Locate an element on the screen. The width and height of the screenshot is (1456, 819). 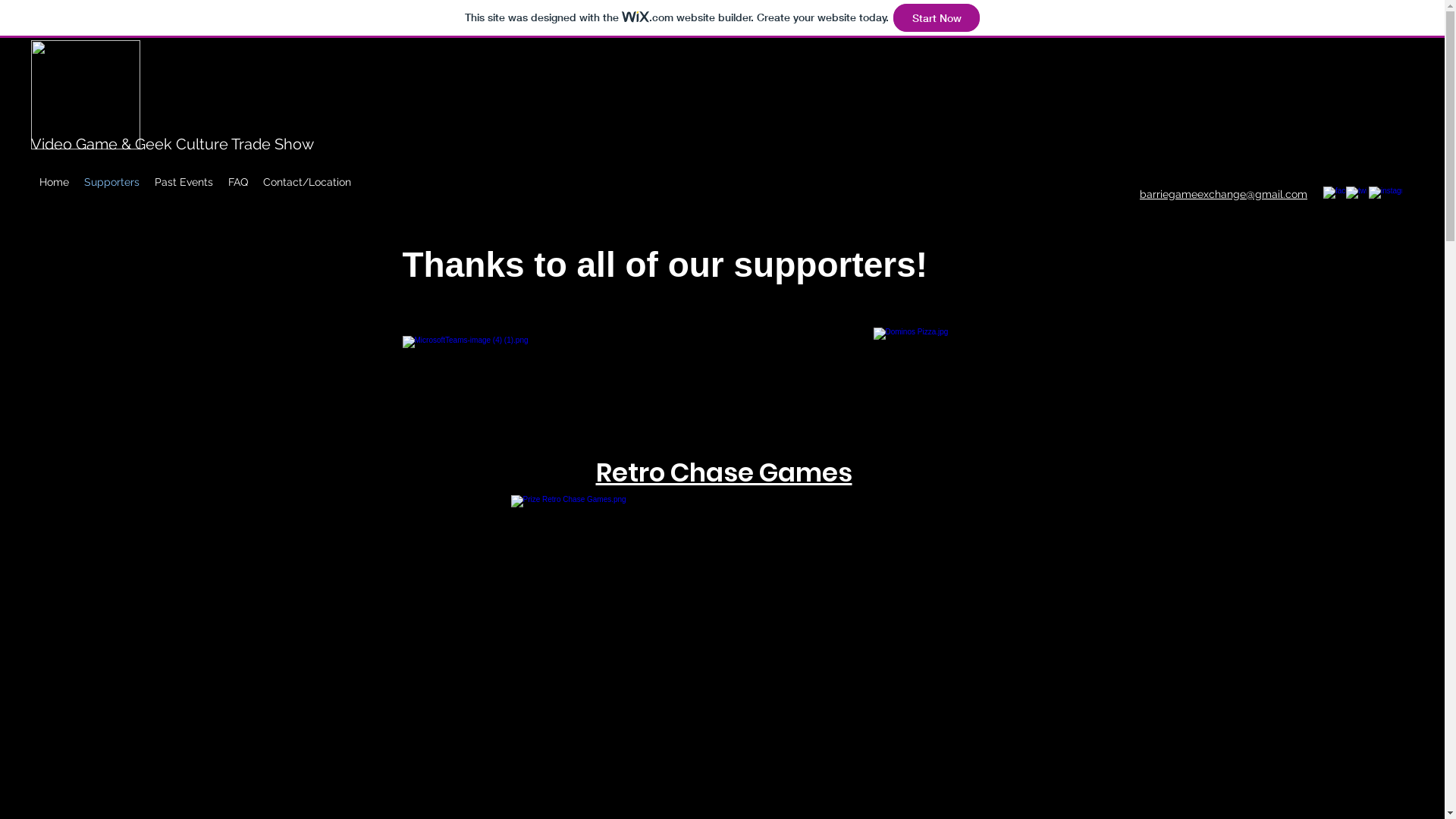
'Contact/Location' is located at coordinates (306, 180).